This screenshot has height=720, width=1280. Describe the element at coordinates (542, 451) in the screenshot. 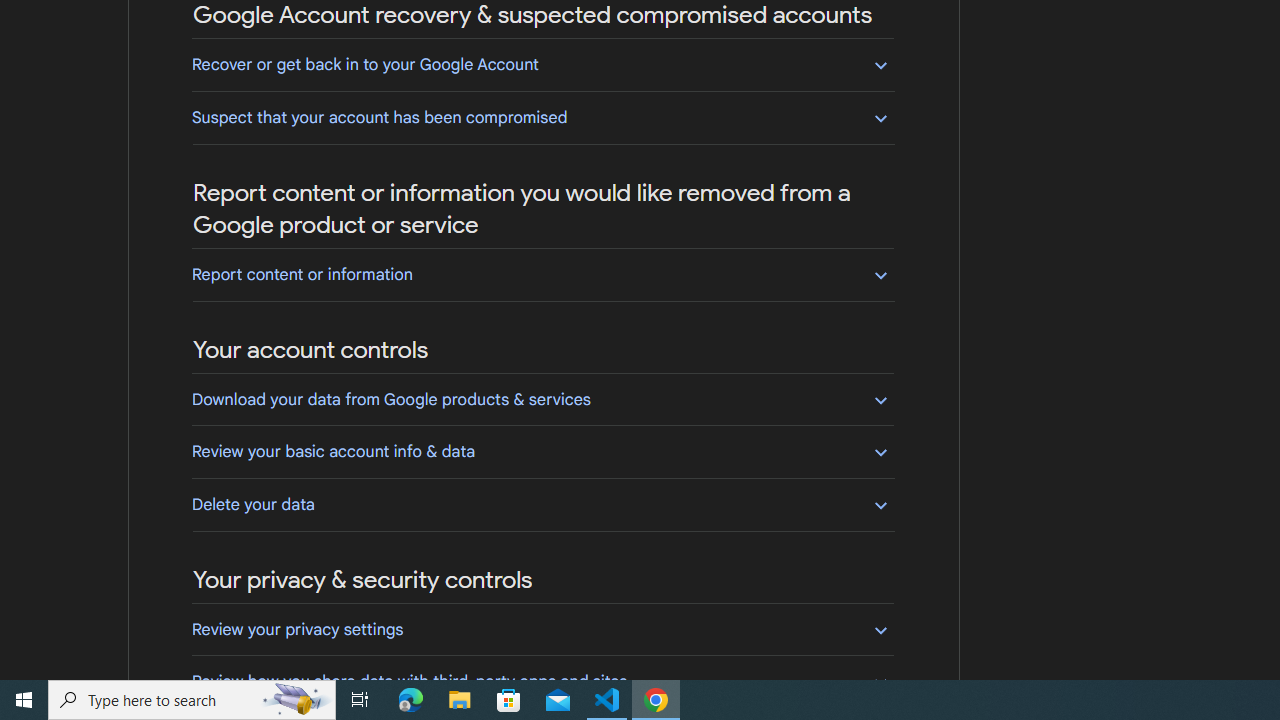

I see `'Review your basic account info & data'` at that location.